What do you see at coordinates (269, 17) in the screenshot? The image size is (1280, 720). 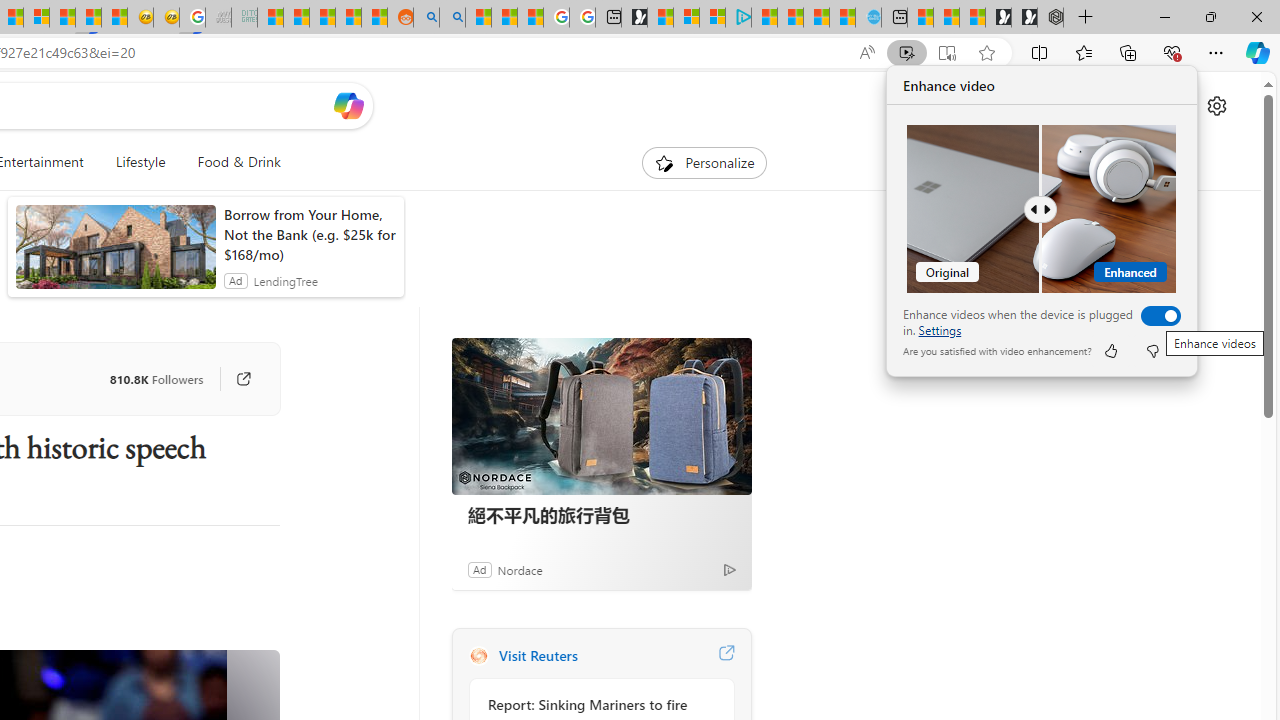 I see `'MSNBC - MSN'` at bounding box center [269, 17].